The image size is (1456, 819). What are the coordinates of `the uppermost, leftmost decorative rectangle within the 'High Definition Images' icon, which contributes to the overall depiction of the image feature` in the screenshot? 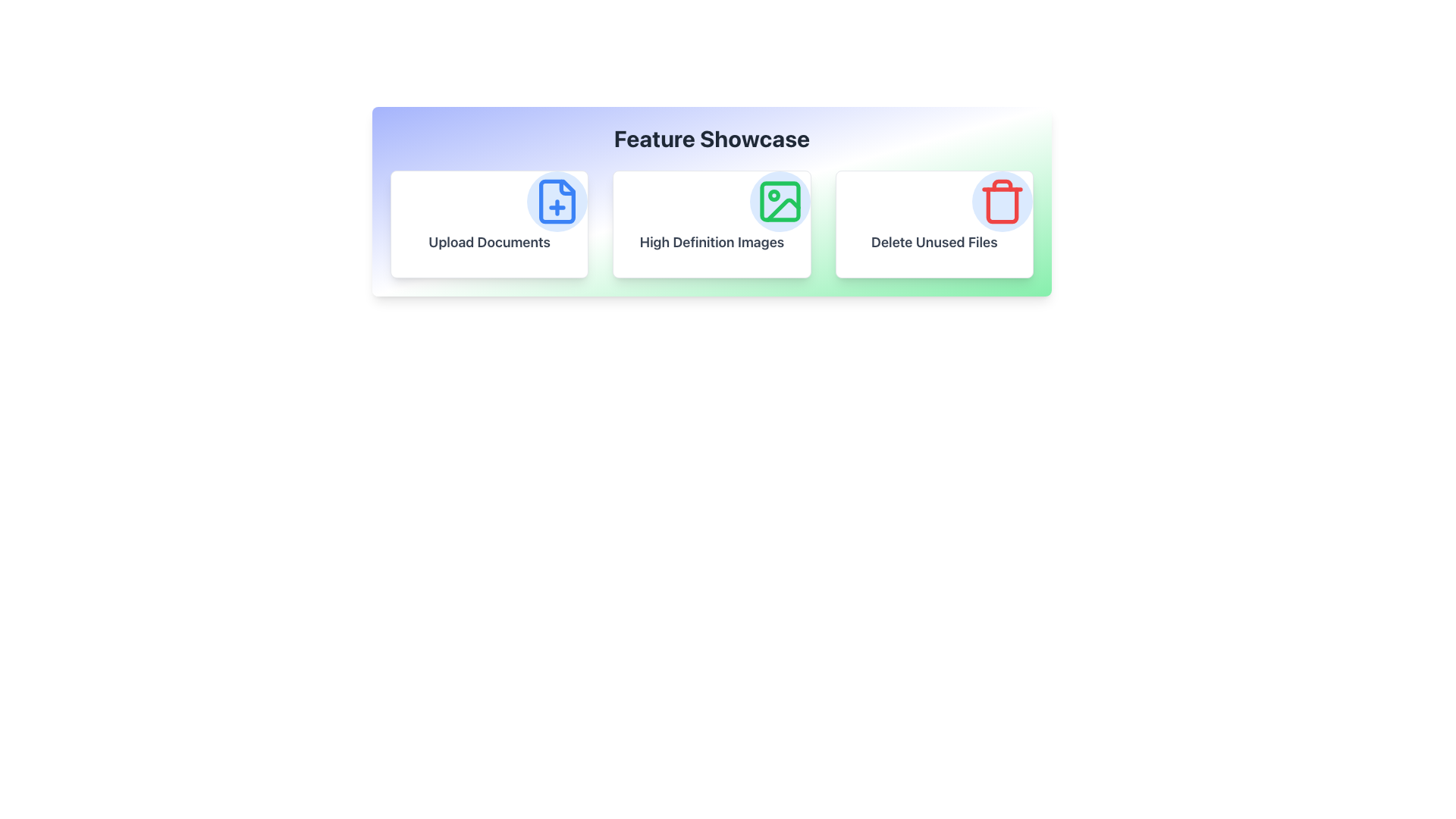 It's located at (780, 201).